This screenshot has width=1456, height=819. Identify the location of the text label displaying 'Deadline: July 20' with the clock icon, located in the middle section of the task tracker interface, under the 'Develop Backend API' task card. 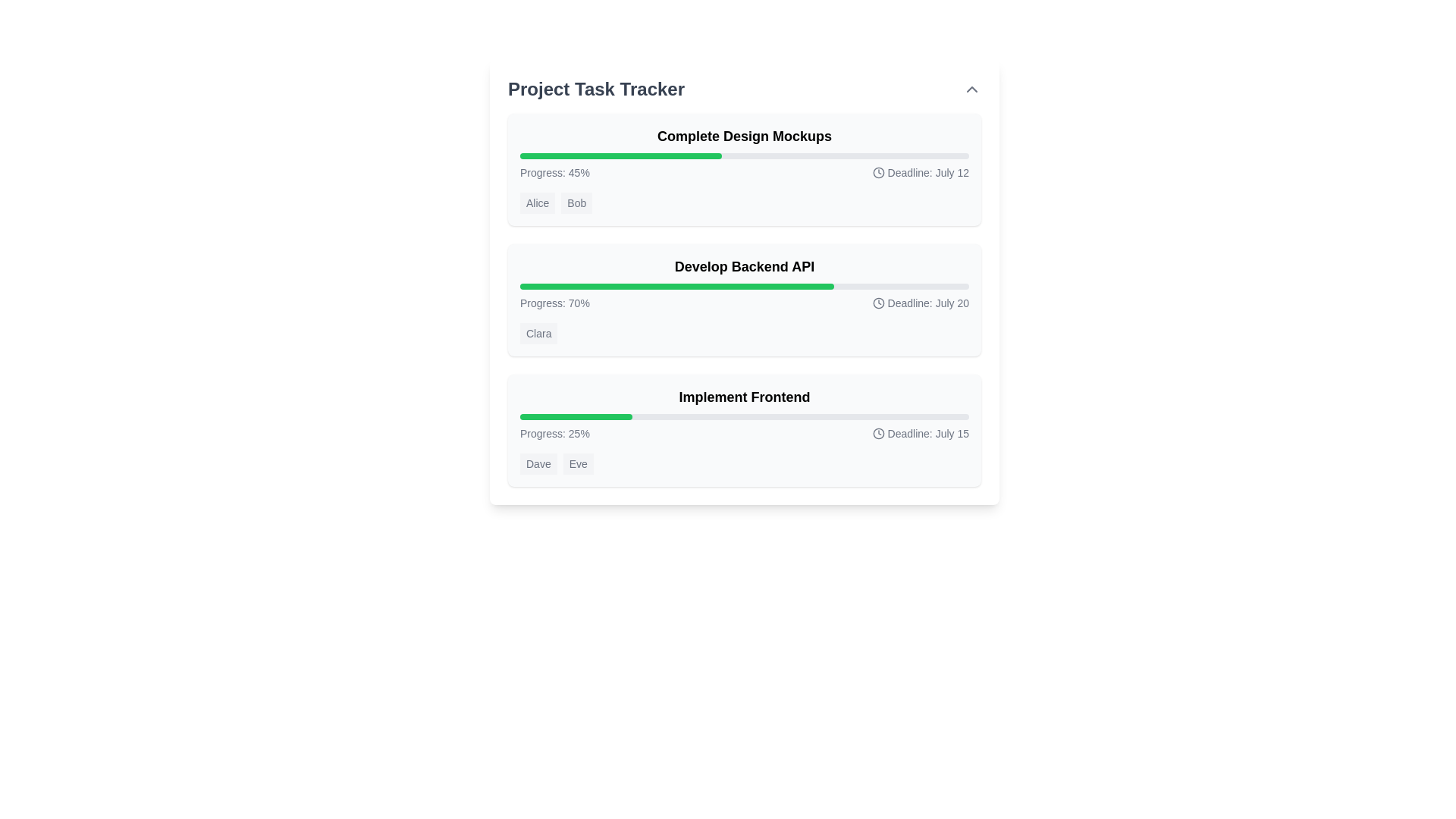
(920, 303).